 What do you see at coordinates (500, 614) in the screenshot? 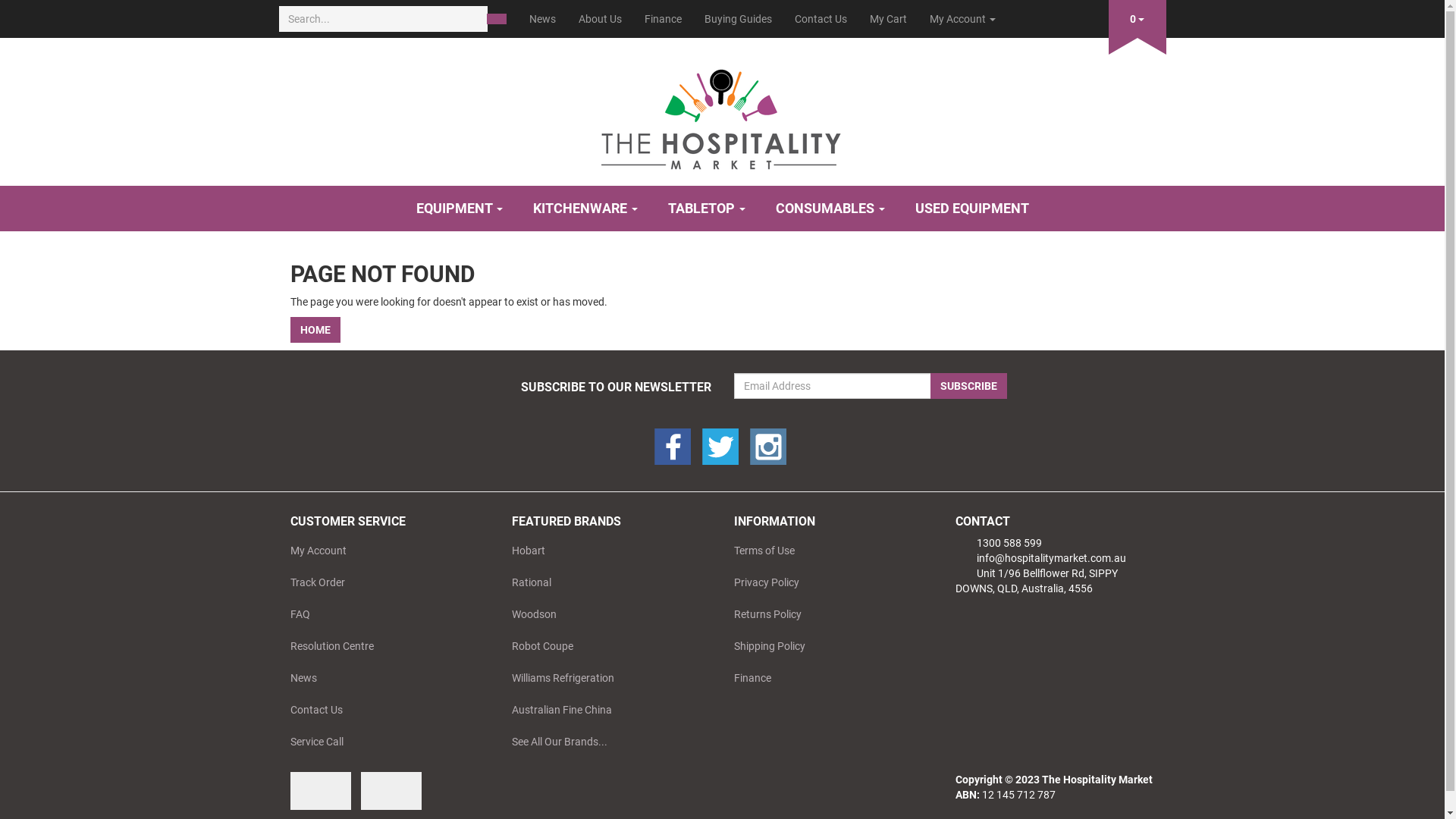
I see `'Woodson'` at bounding box center [500, 614].